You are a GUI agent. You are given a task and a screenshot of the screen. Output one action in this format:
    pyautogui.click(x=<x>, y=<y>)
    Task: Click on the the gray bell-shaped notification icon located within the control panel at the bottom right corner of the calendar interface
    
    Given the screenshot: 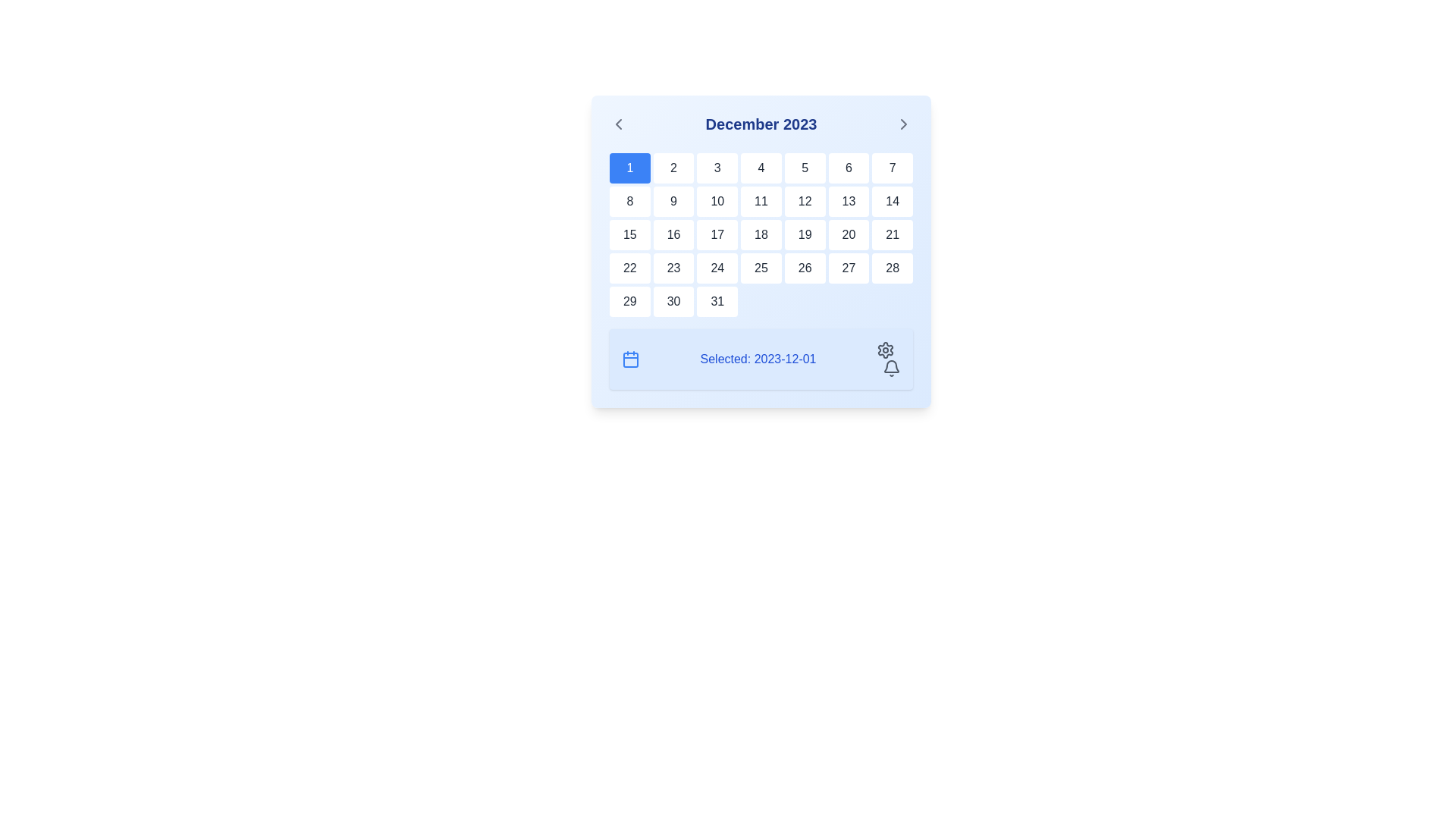 What is the action you would take?
    pyautogui.click(x=892, y=369)
    